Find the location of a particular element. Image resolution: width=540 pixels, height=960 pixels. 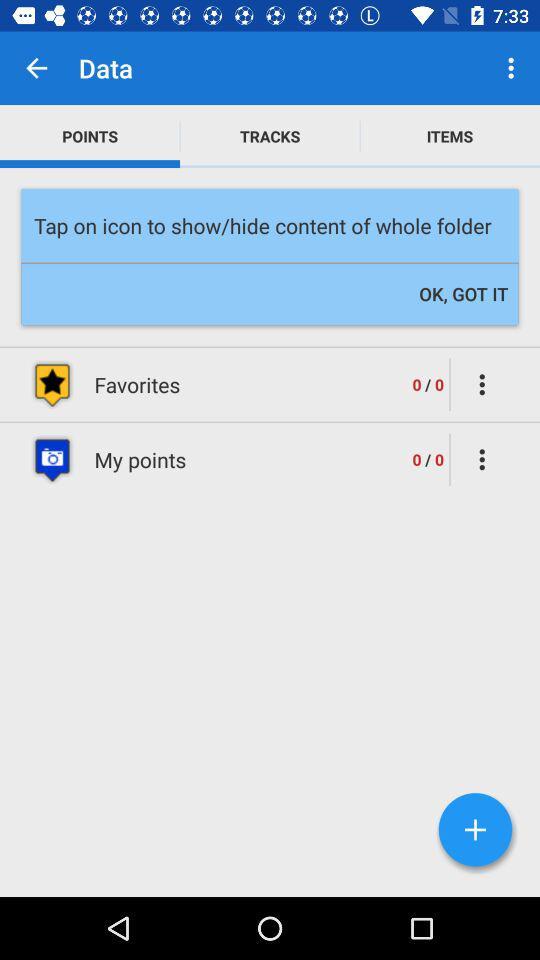

icon to the left of the data is located at coordinates (36, 68).